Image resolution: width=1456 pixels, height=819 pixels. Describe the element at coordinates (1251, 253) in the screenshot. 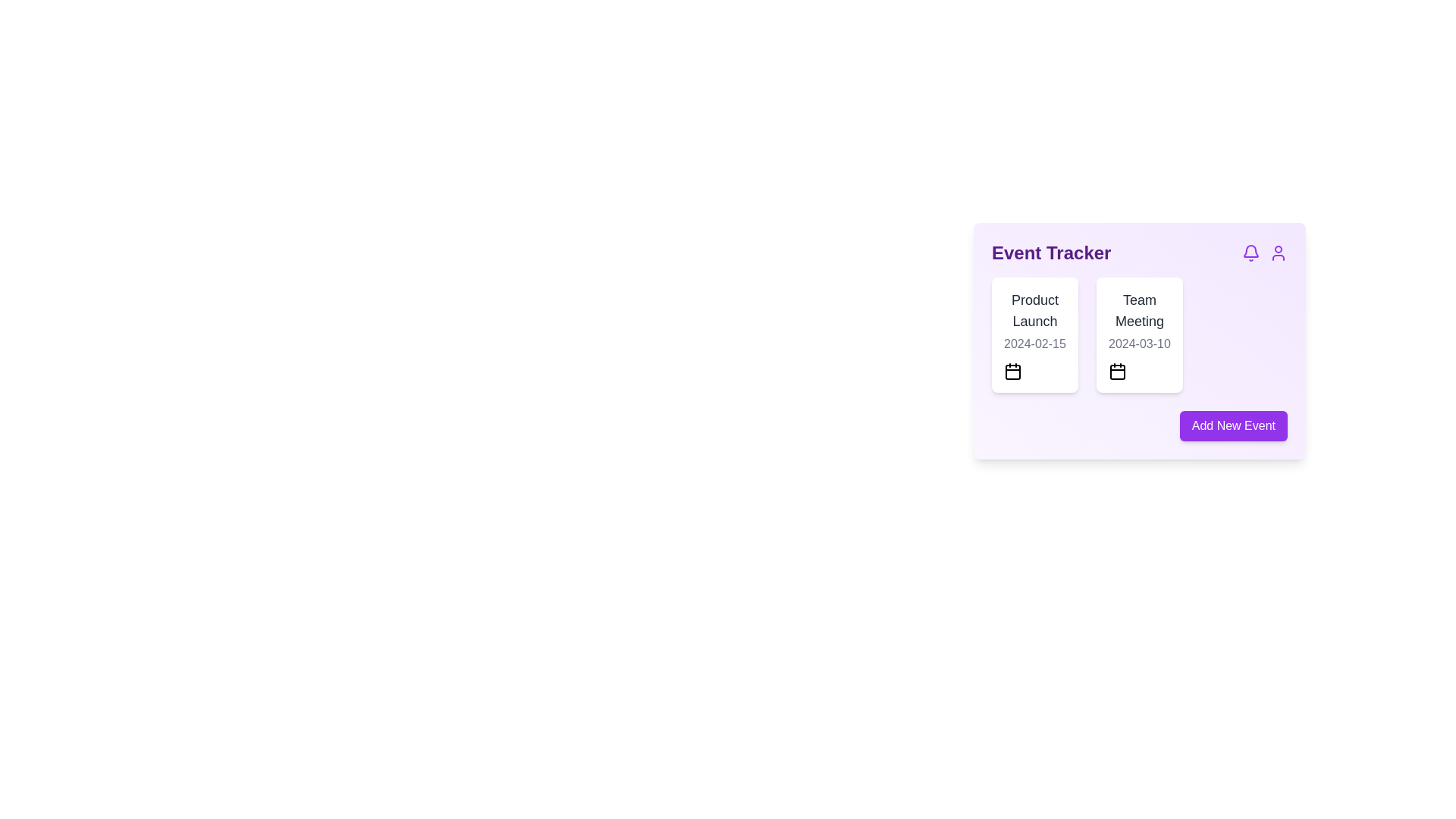

I see `the bell icon, which is styled in purple and is the first icon in a horizontally arranged set located in the top-right corner of the Event Tracker card` at that location.